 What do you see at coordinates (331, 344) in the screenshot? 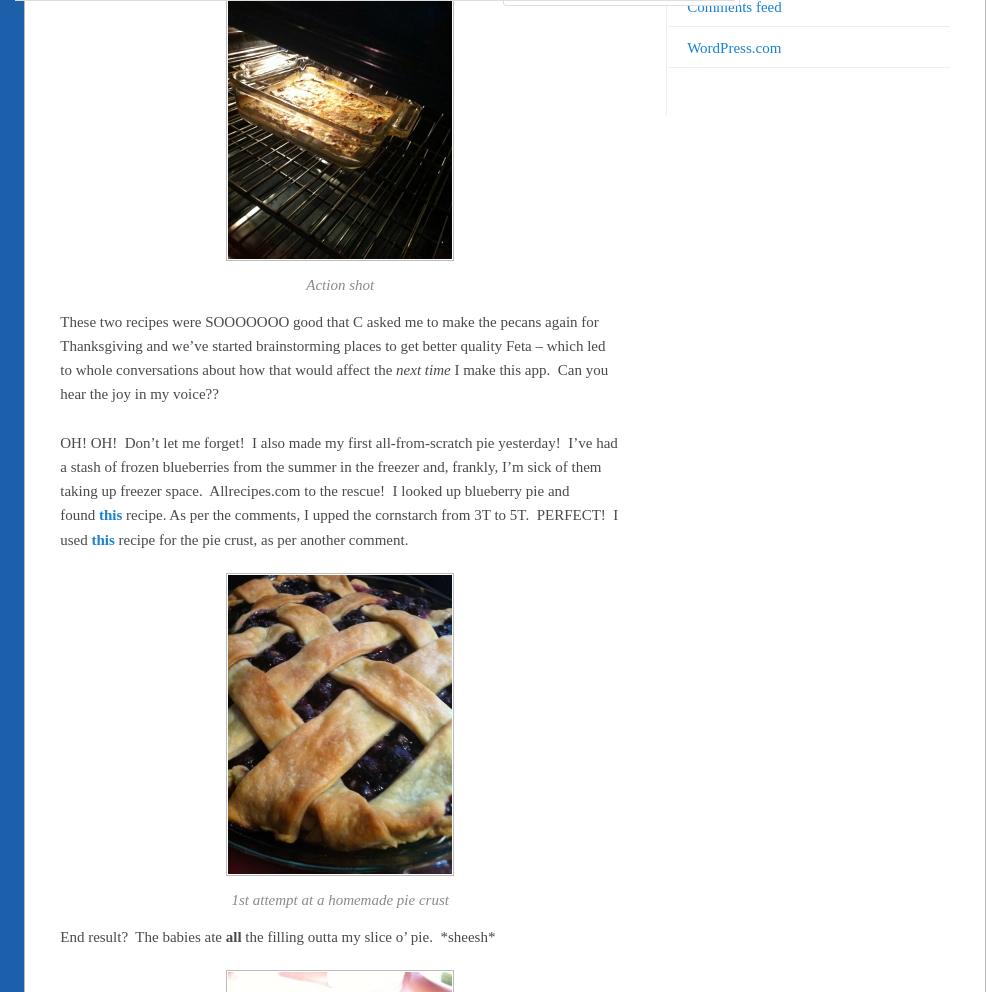
I see `'These two recipes were SOOOOOOO good that C asked me to make the pecans again for Thanksgiving and we’ve started brainstorming places to get better quality Feta – which led to whole conversations about how that would affect the'` at bounding box center [331, 344].